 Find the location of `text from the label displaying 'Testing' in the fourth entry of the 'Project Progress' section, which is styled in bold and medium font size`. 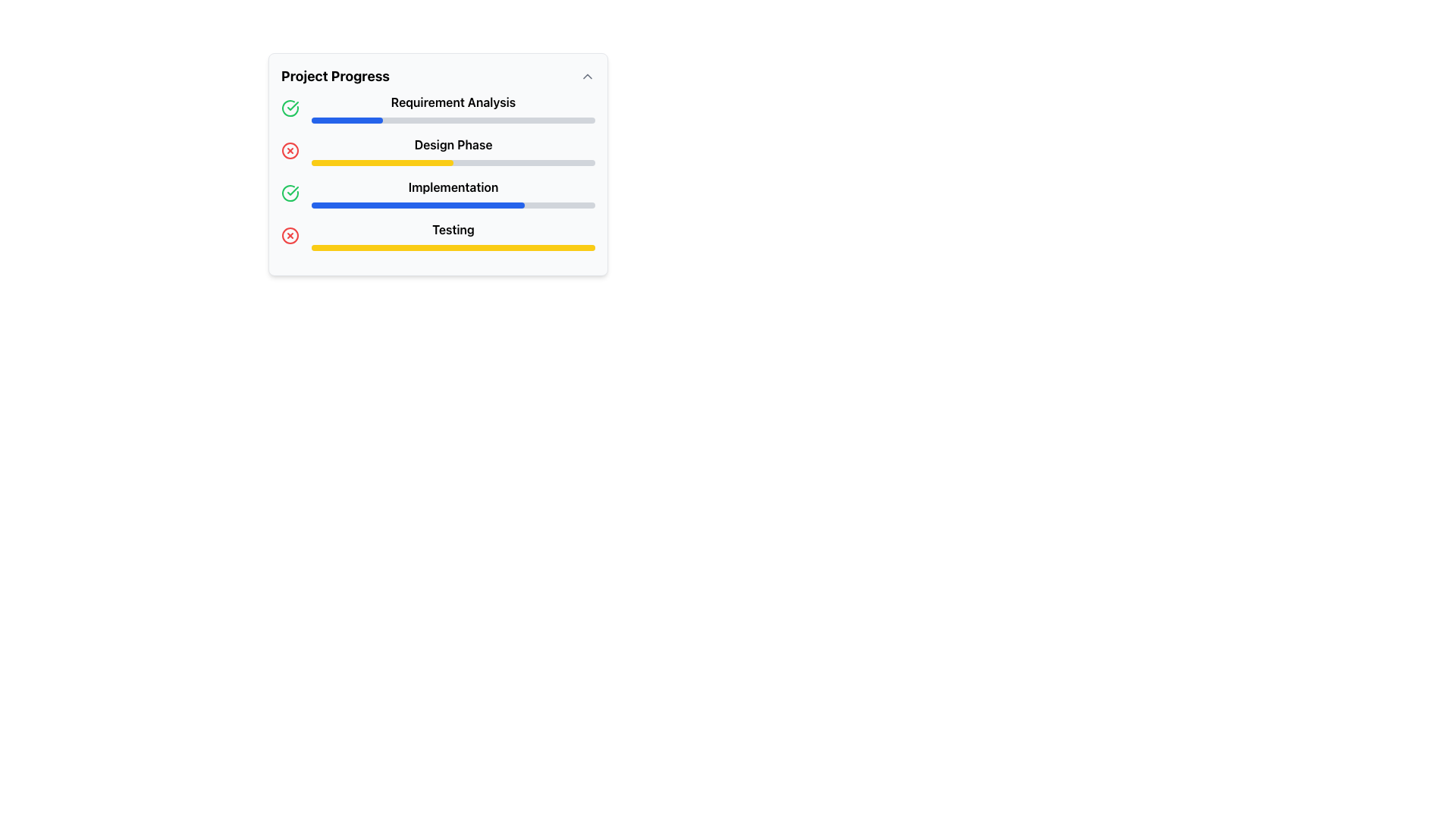

text from the label displaying 'Testing' in the fourth entry of the 'Project Progress' section, which is styled in bold and medium font size is located at coordinates (453, 230).